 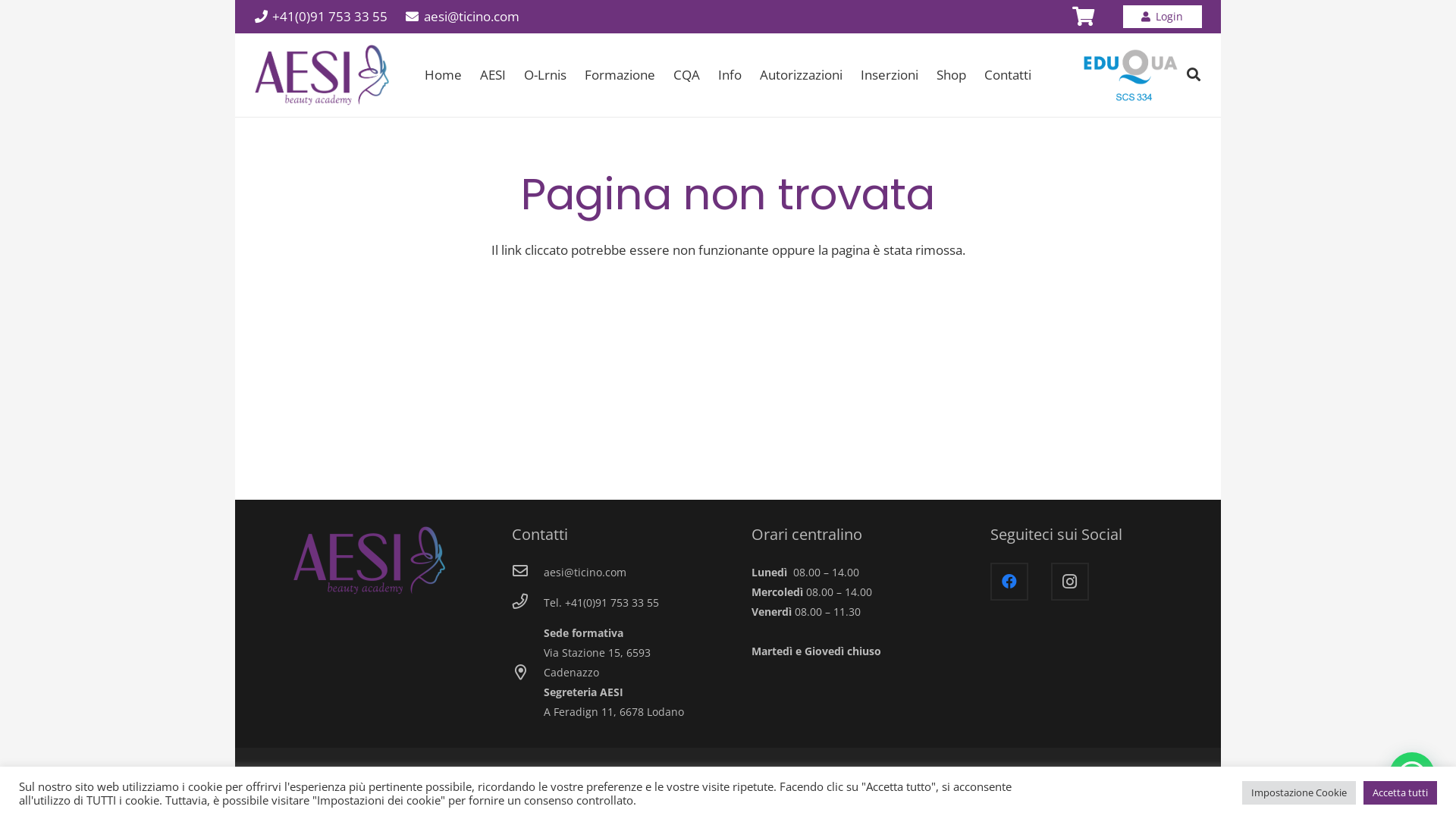 I want to click on 'Accetta tutti', so click(x=1363, y=792).